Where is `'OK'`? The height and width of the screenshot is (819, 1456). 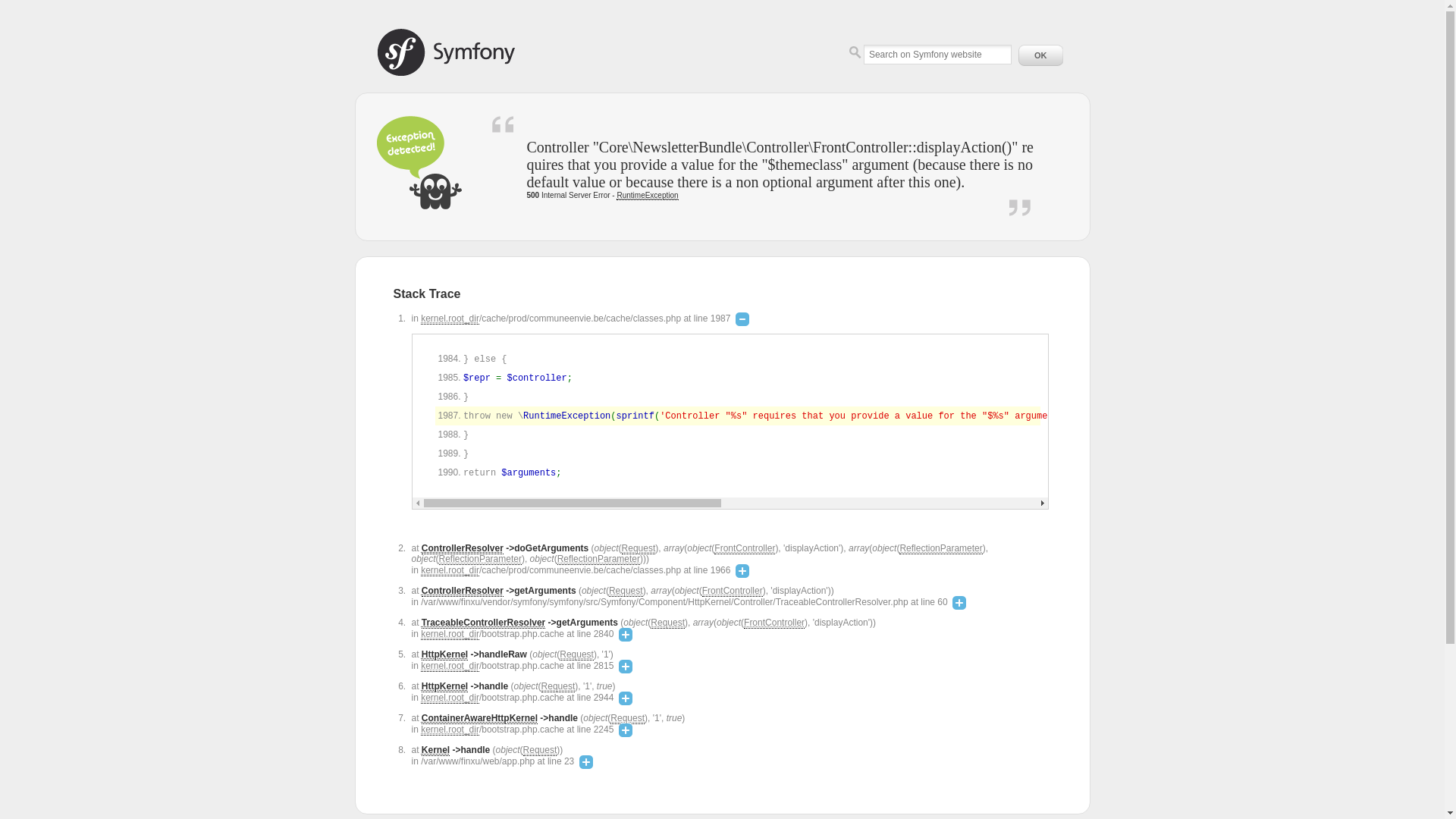 'OK' is located at coordinates (1014, 55).